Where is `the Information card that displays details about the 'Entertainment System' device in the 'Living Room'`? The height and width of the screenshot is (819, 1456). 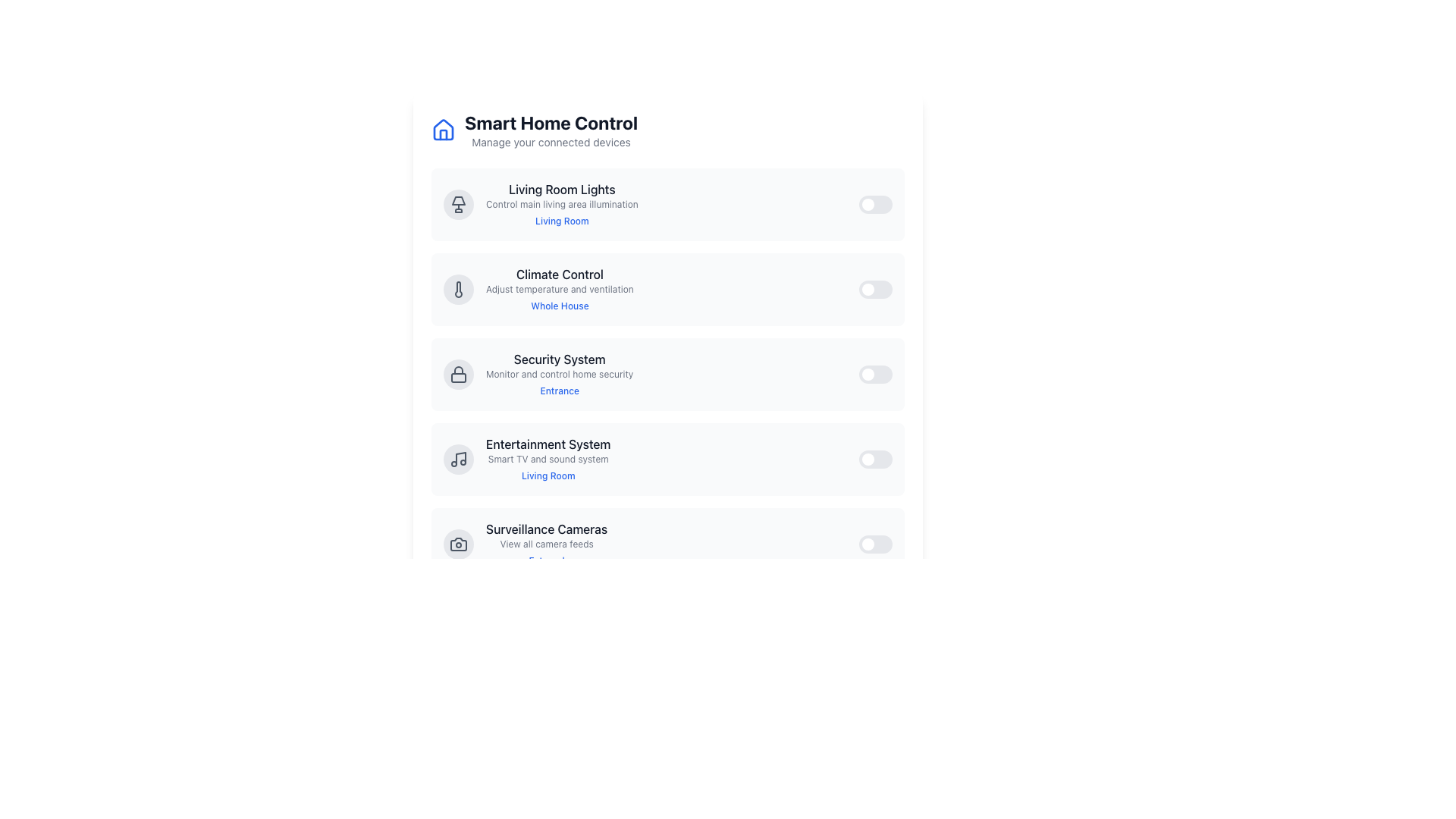 the Information card that displays details about the 'Entertainment System' device in the 'Living Room' is located at coordinates (527, 458).